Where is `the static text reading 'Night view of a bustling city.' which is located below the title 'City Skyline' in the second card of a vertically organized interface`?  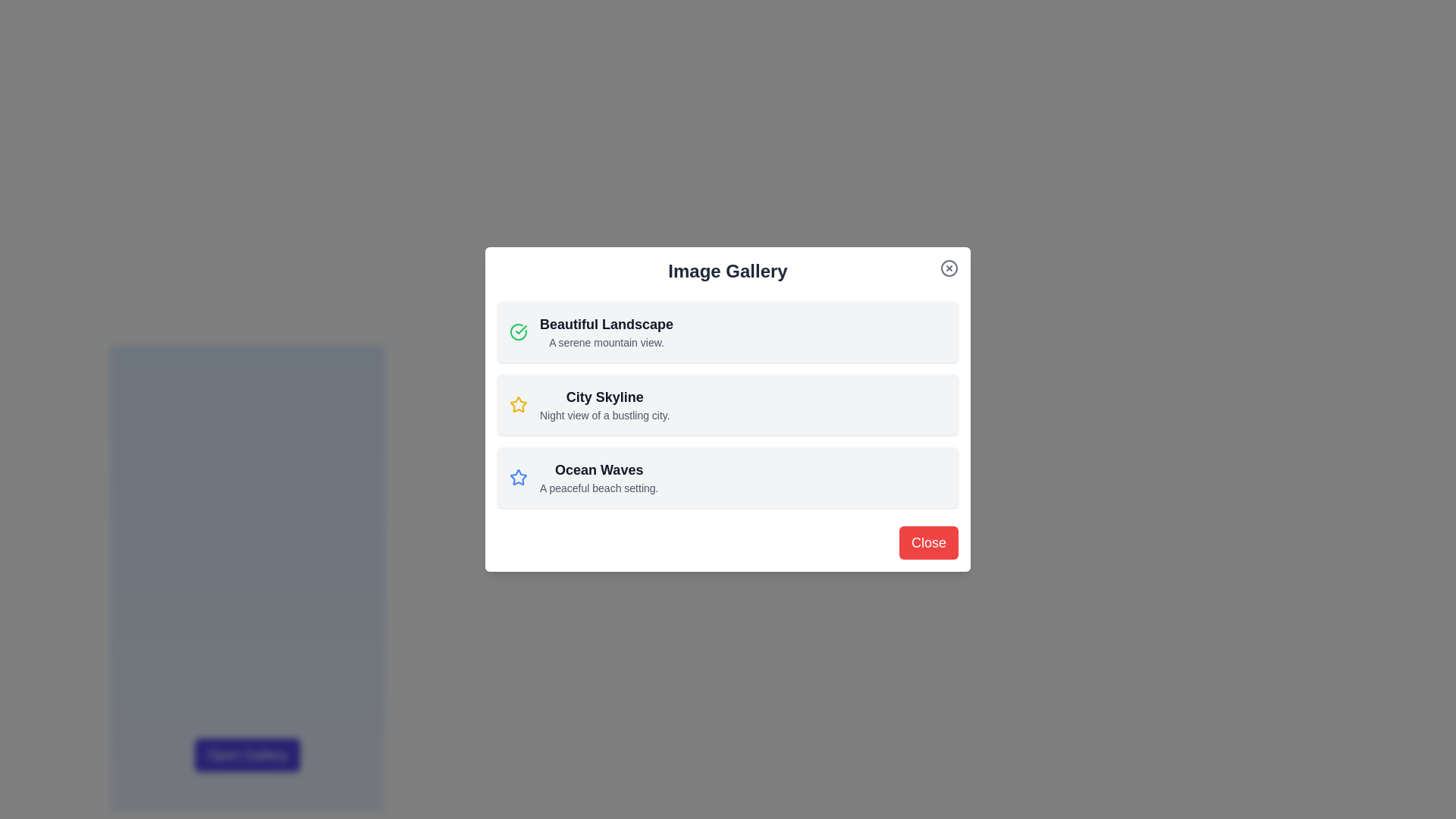
the static text reading 'Night view of a bustling city.' which is located below the title 'City Skyline' in the second card of a vertically organized interface is located at coordinates (604, 415).